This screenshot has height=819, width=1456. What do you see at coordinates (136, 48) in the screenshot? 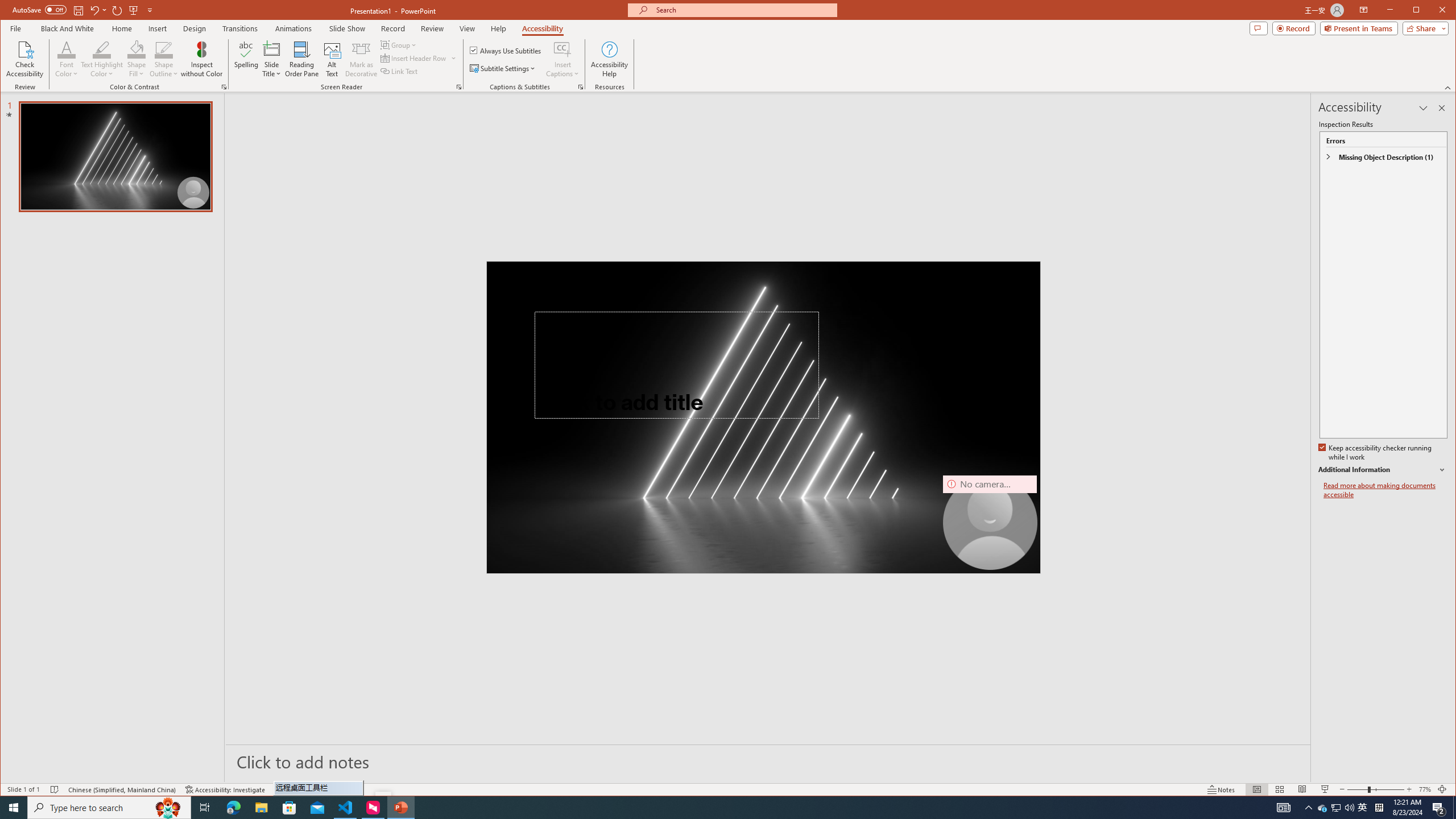
I see `'Shape Fill Orange, Accent 2'` at bounding box center [136, 48].